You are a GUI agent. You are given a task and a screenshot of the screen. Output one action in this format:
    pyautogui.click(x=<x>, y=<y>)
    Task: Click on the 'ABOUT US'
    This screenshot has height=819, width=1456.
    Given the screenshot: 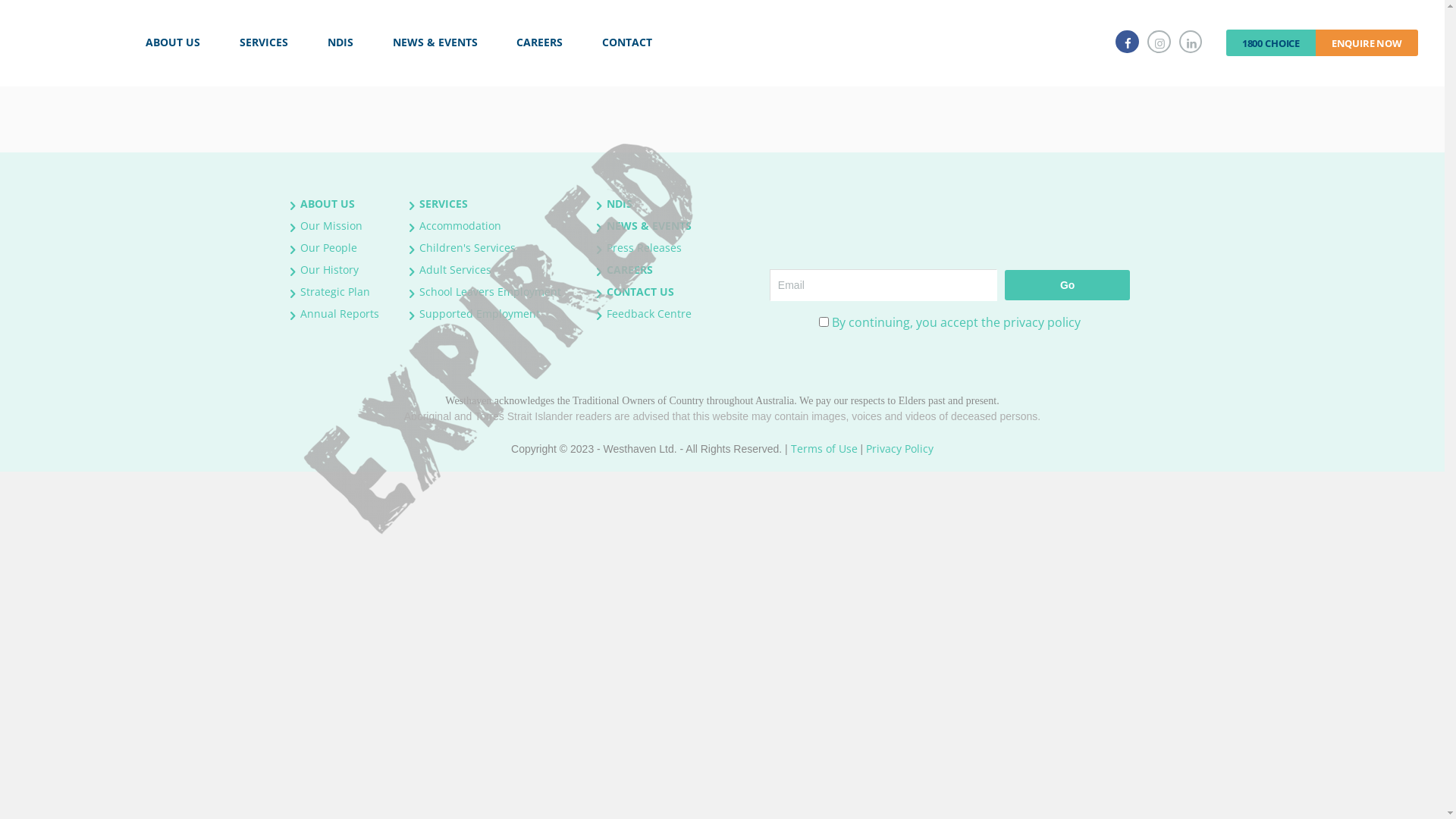 What is the action you would take?
    pyautogui.click(x=172, y=42)
    